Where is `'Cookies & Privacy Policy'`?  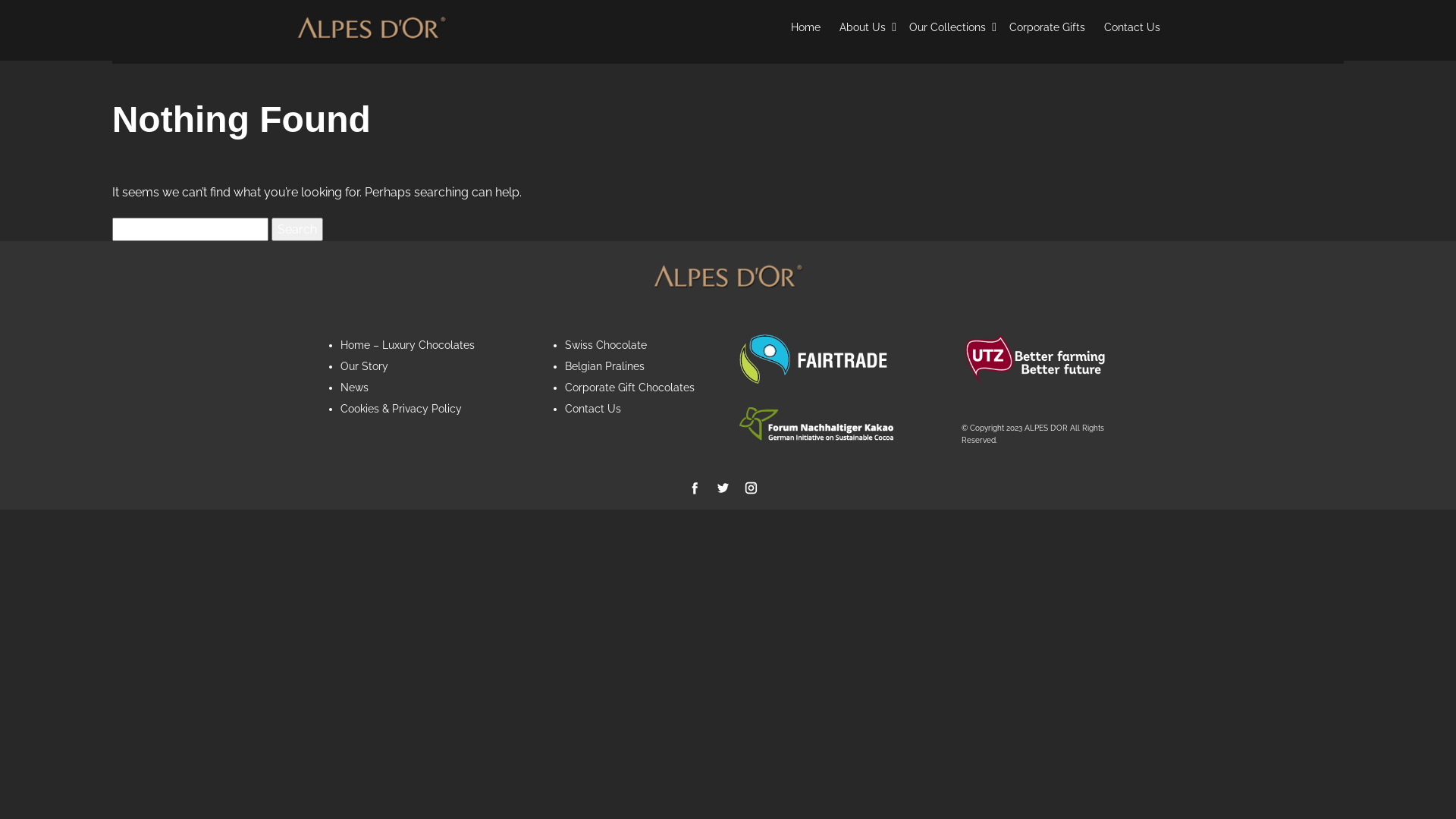
'Cookies & Privacy Policy' is located at coordinates (400, 408).